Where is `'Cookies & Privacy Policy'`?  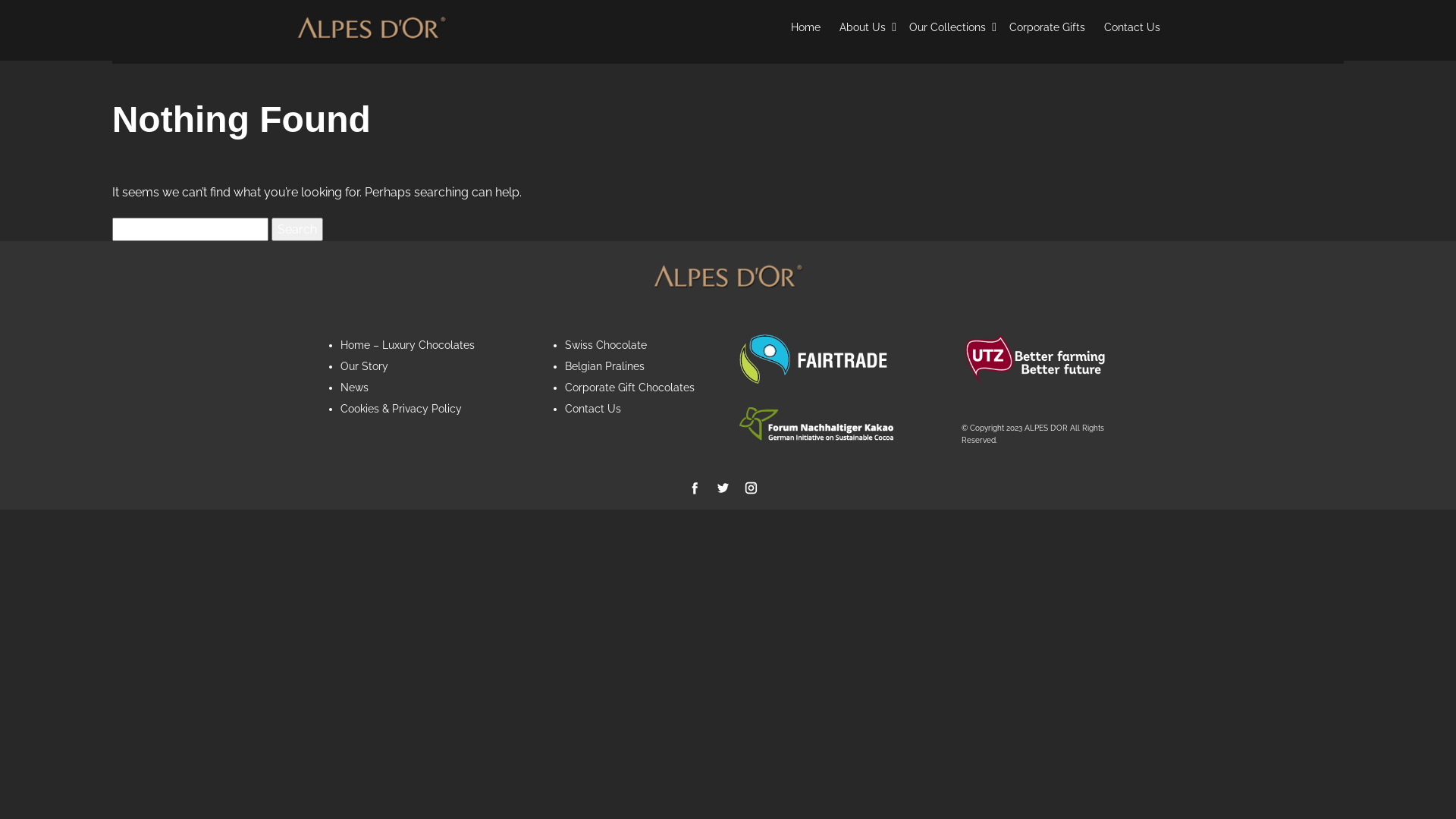
'Cookies & Privacy Policy' is located at coordinates (400, 408).